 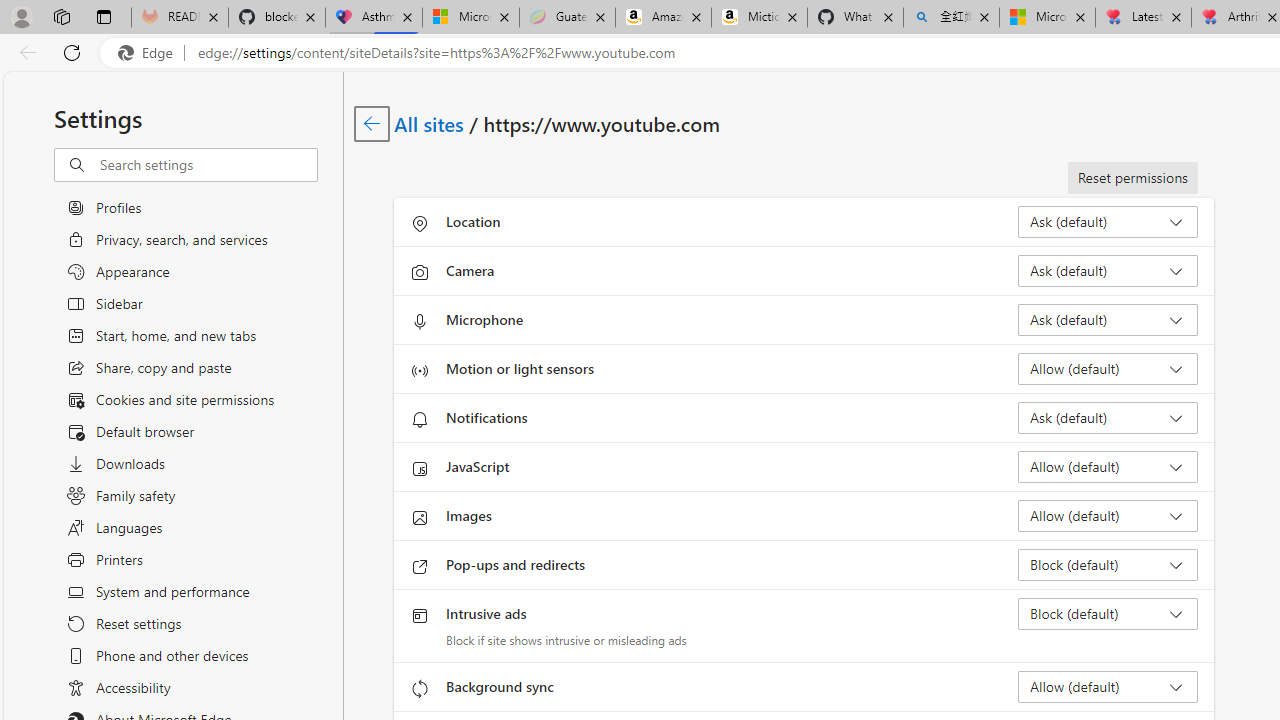 I want to click on 'Class: c01162', so click(x=371, y=123).